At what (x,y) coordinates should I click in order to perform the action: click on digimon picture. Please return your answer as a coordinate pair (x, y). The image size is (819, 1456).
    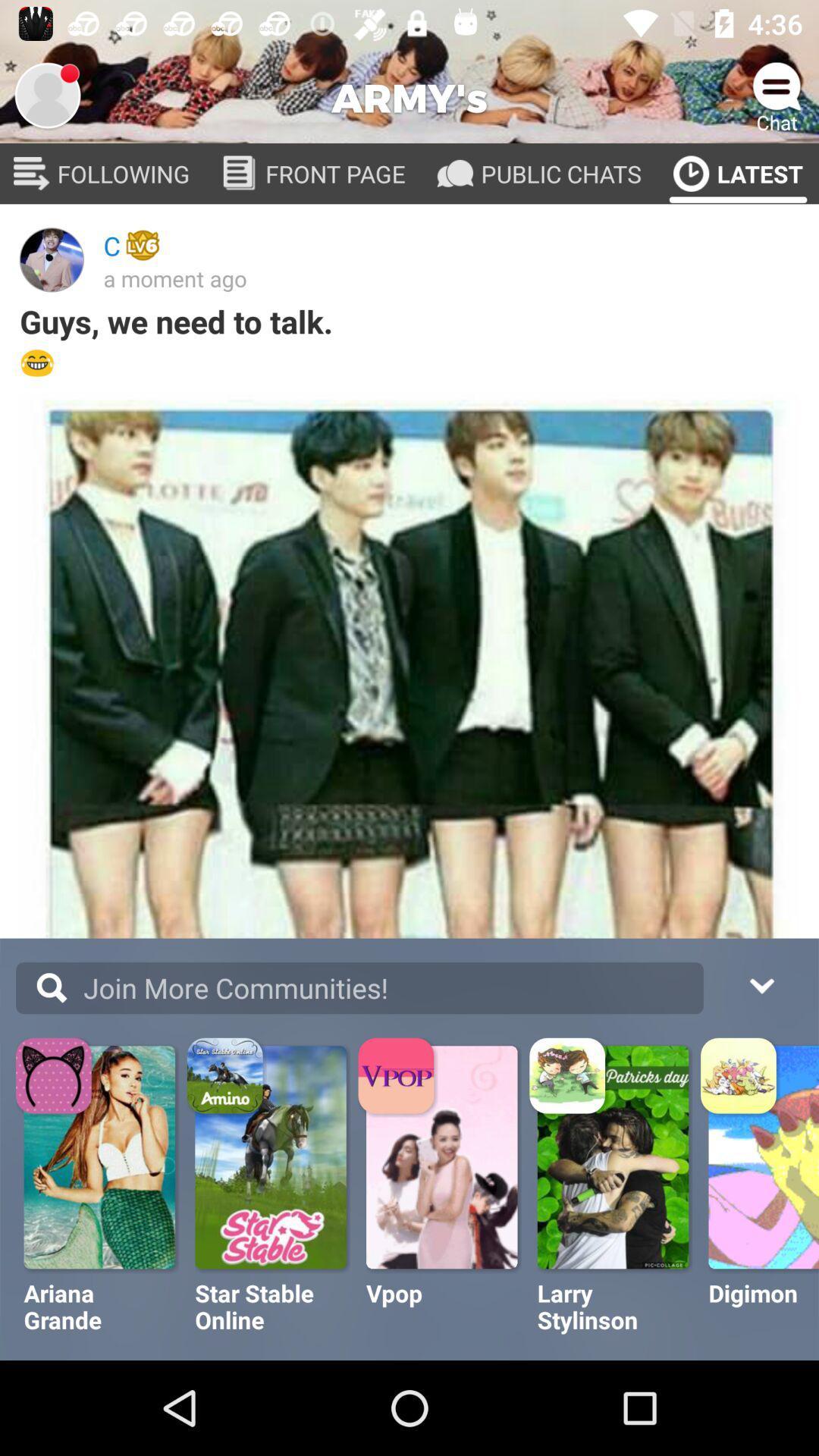
    Looking at the image, I should click on (752, 1248).